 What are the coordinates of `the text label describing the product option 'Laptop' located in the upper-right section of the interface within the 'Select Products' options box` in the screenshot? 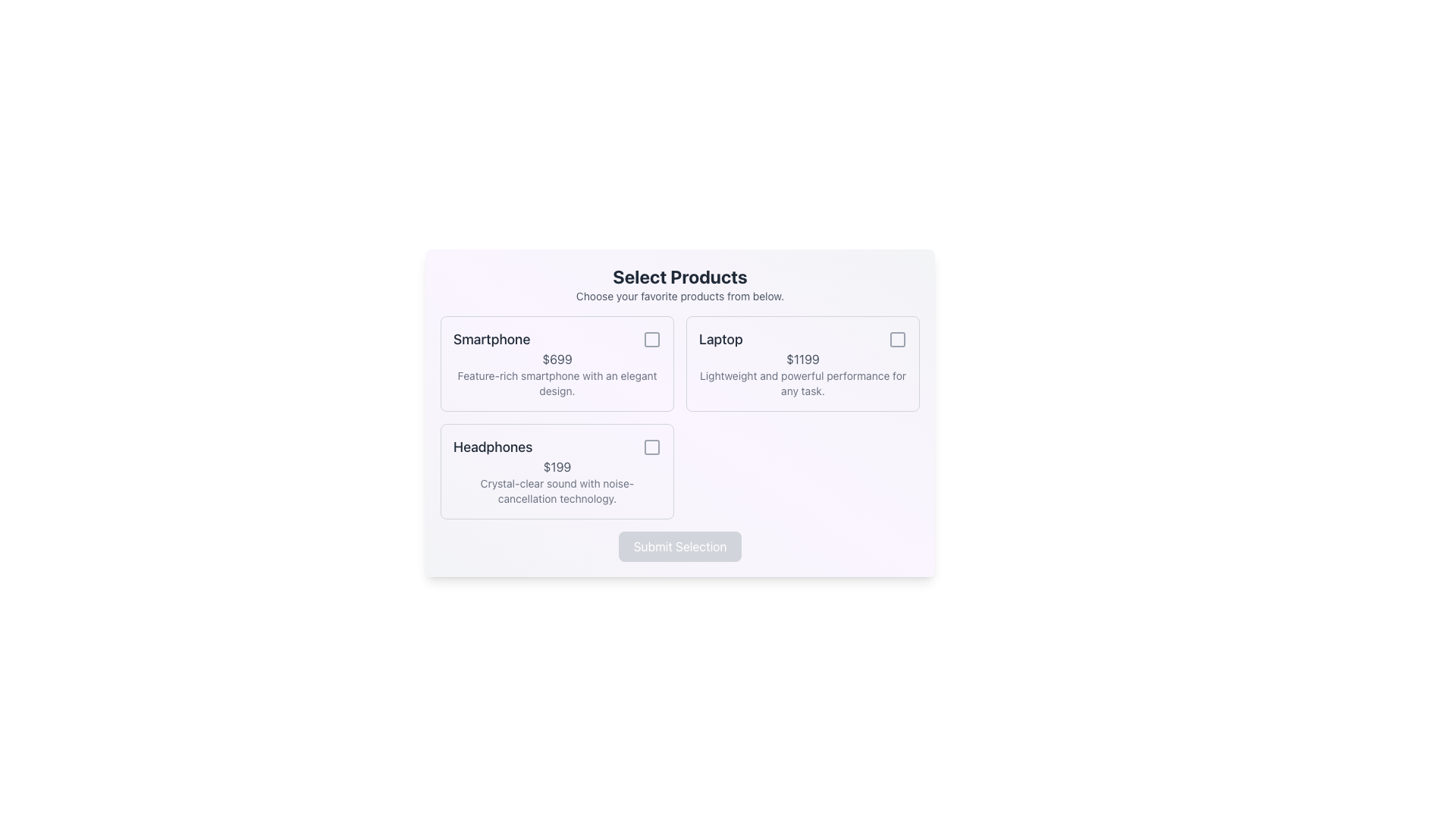 It's located at (720, 338).